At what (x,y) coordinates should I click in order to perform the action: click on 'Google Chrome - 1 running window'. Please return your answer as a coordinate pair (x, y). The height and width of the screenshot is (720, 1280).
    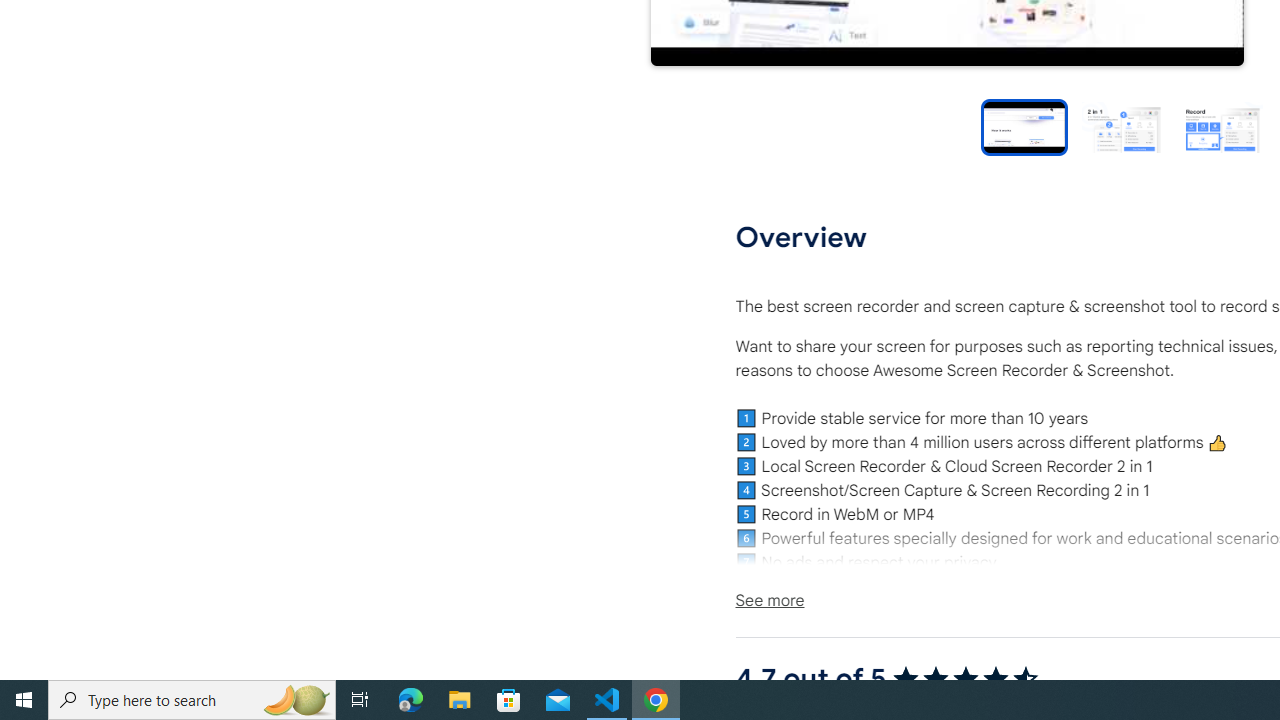
    Looking at the image, I should click on (656, 698).